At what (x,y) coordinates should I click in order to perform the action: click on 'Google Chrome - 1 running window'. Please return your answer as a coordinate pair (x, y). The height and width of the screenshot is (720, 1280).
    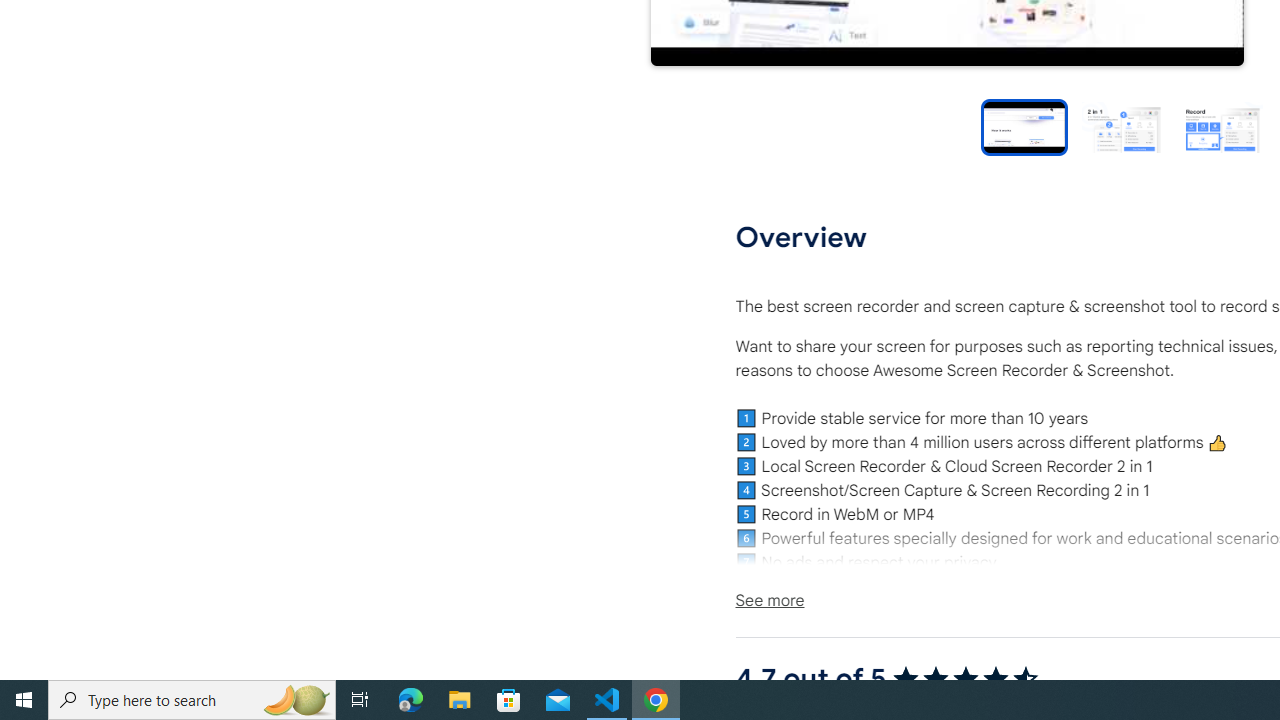
    Looking at the image, I should click on (656, 698).